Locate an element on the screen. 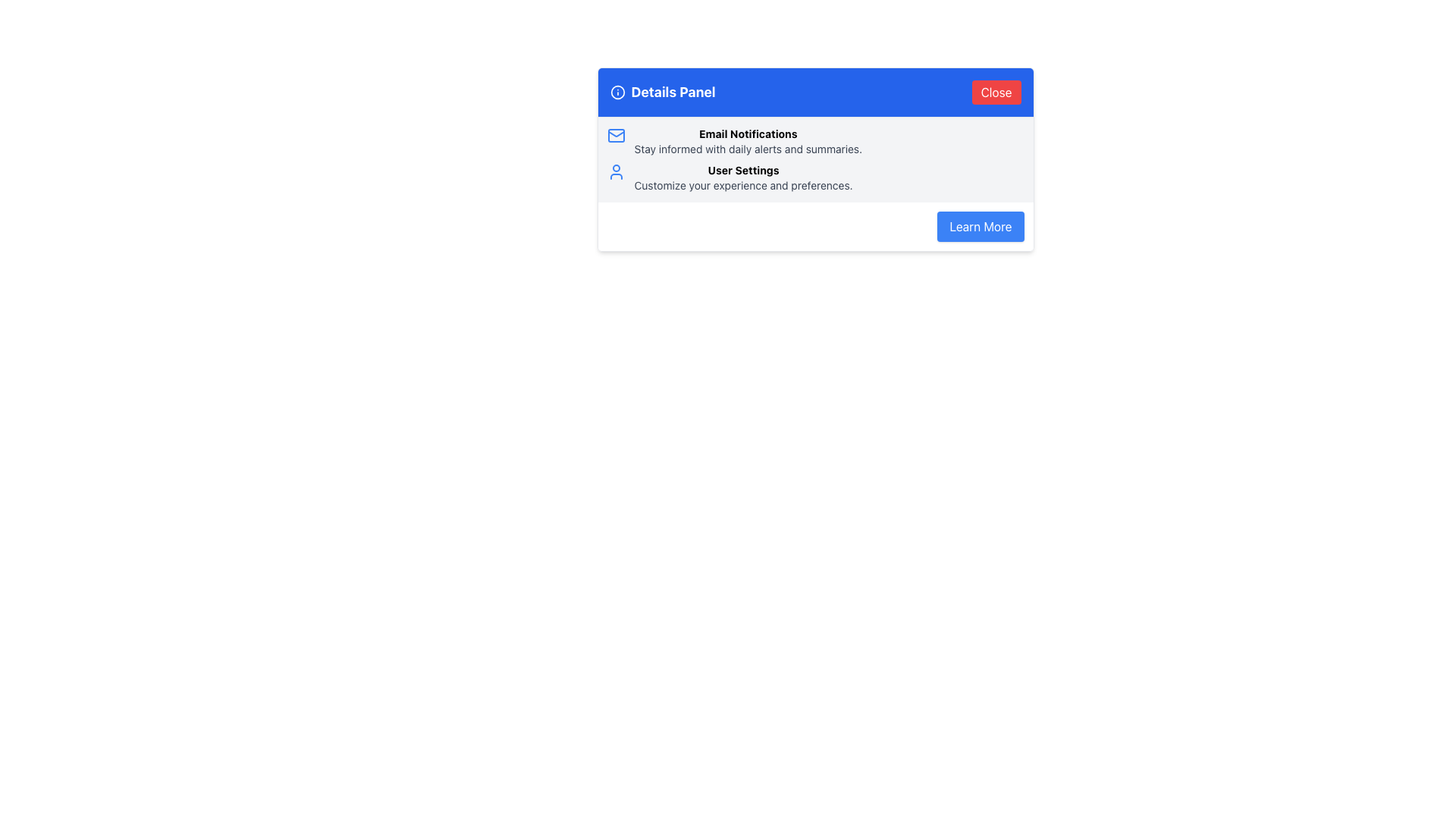 The image size is (1456, 819). the circular informational icon with an 'i' symbol located to the left of the 'Details Panel' text is located at coordinates (617, 93).